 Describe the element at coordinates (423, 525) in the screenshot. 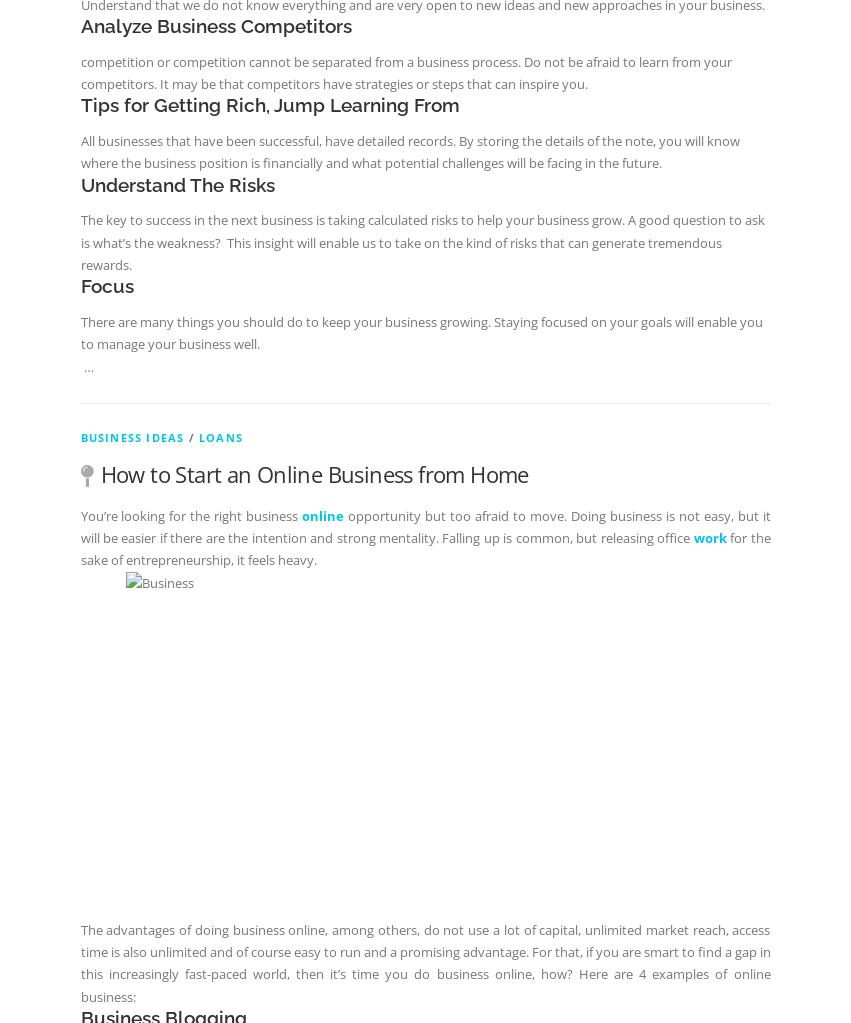

I see `'opportunity but too afraid to move. Doing business is not easy, but it will be easier if there are the intention and strong mentality. Falling up is common, but releasing office'` at that location.